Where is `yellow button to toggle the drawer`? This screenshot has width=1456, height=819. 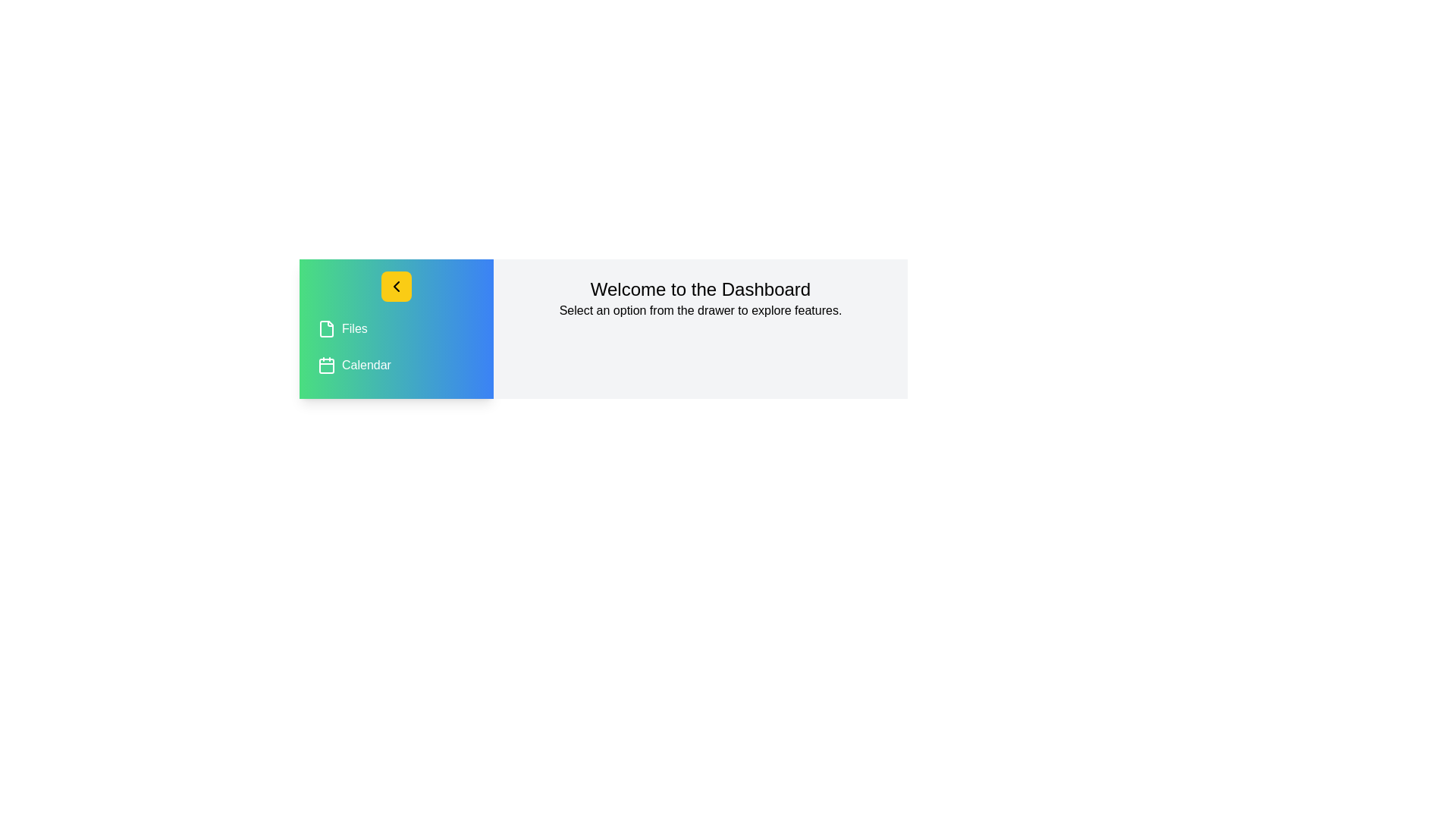
yellow button to toggle the drawer is located at coordinates (397, 287).